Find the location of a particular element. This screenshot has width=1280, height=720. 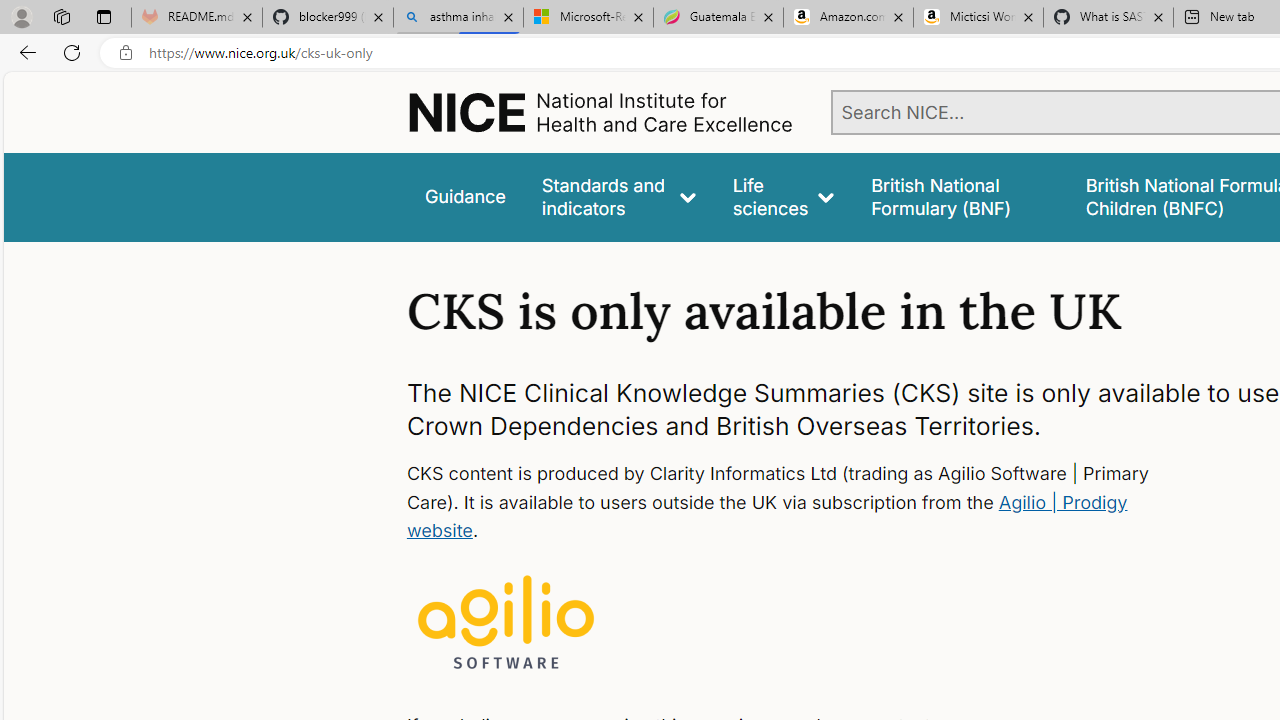

'View site information' is located at coordinates (125, 52).